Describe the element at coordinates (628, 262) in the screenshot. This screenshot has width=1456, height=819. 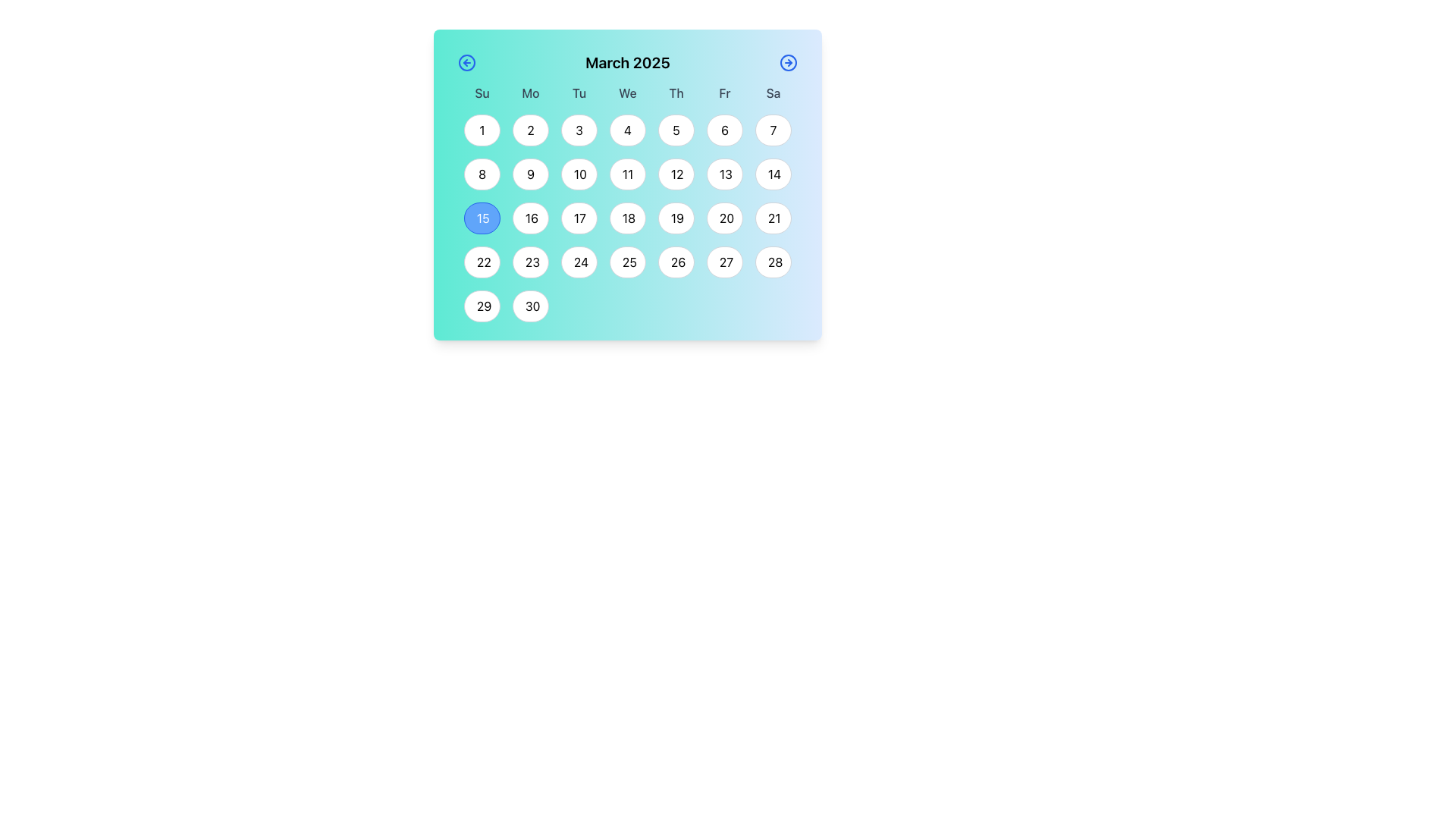
I see `the button representing the 25th day in the calendar` at that location.